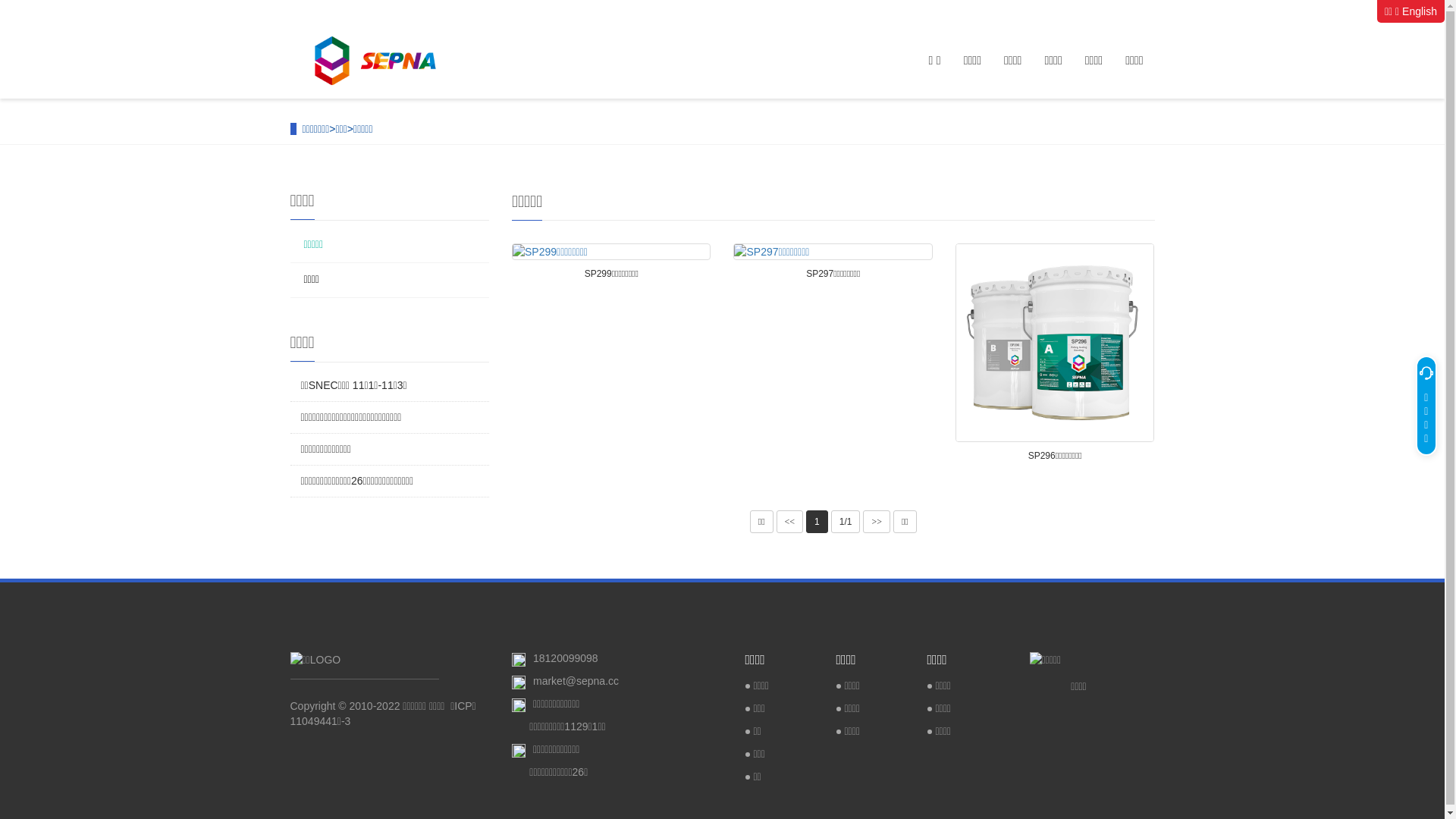 The image size is (1456, 819). I want to click on '1/1', so click(845, 520).